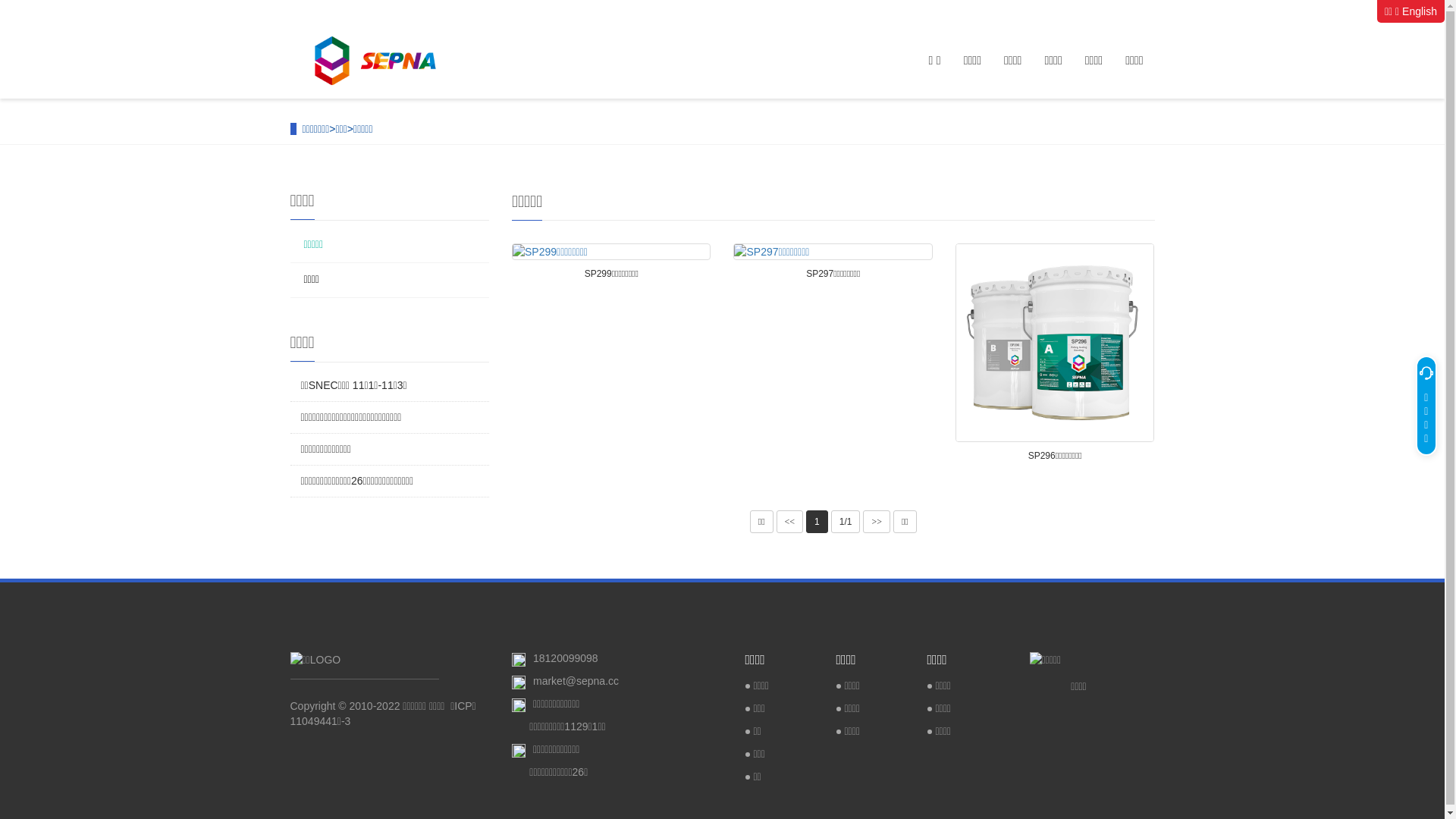 The image size is (1456, 819). I want to click on '1/1', so click(845, 520).